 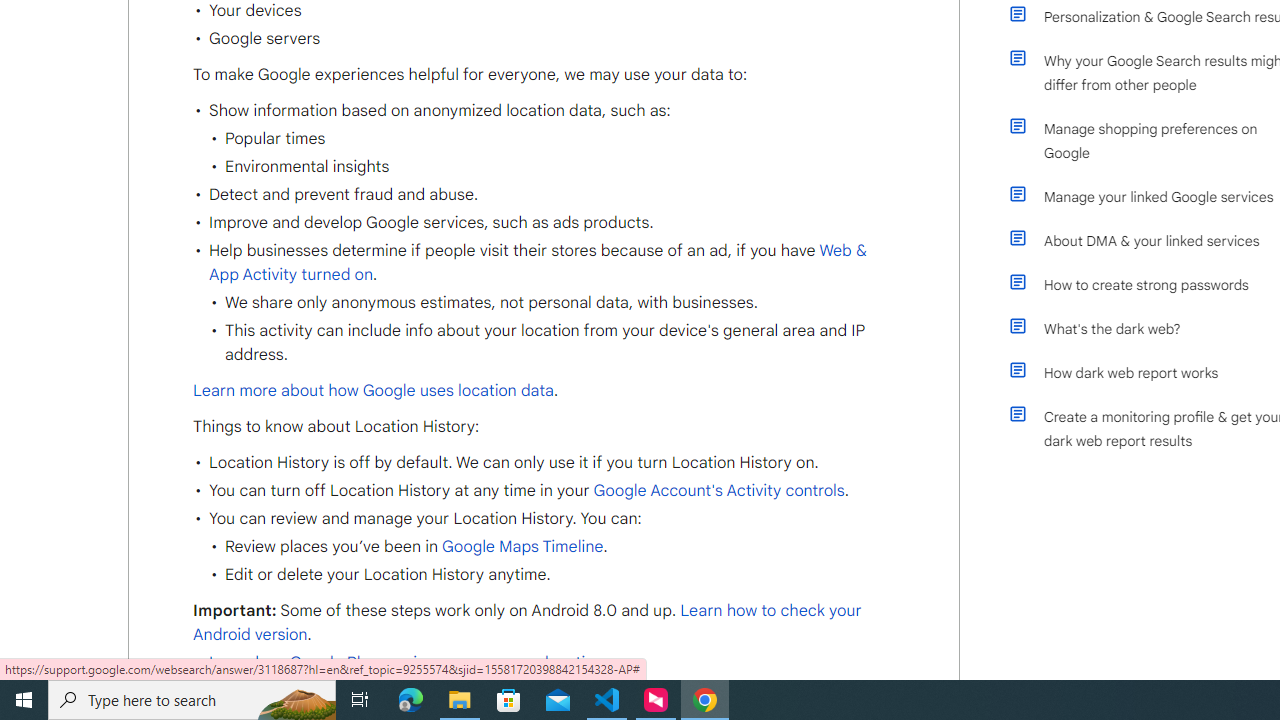 What do you see at coordinates (373, 390) in the screenshot?
I see `'Learn more about how Google uses location data'` at bounding box center [373, 390].